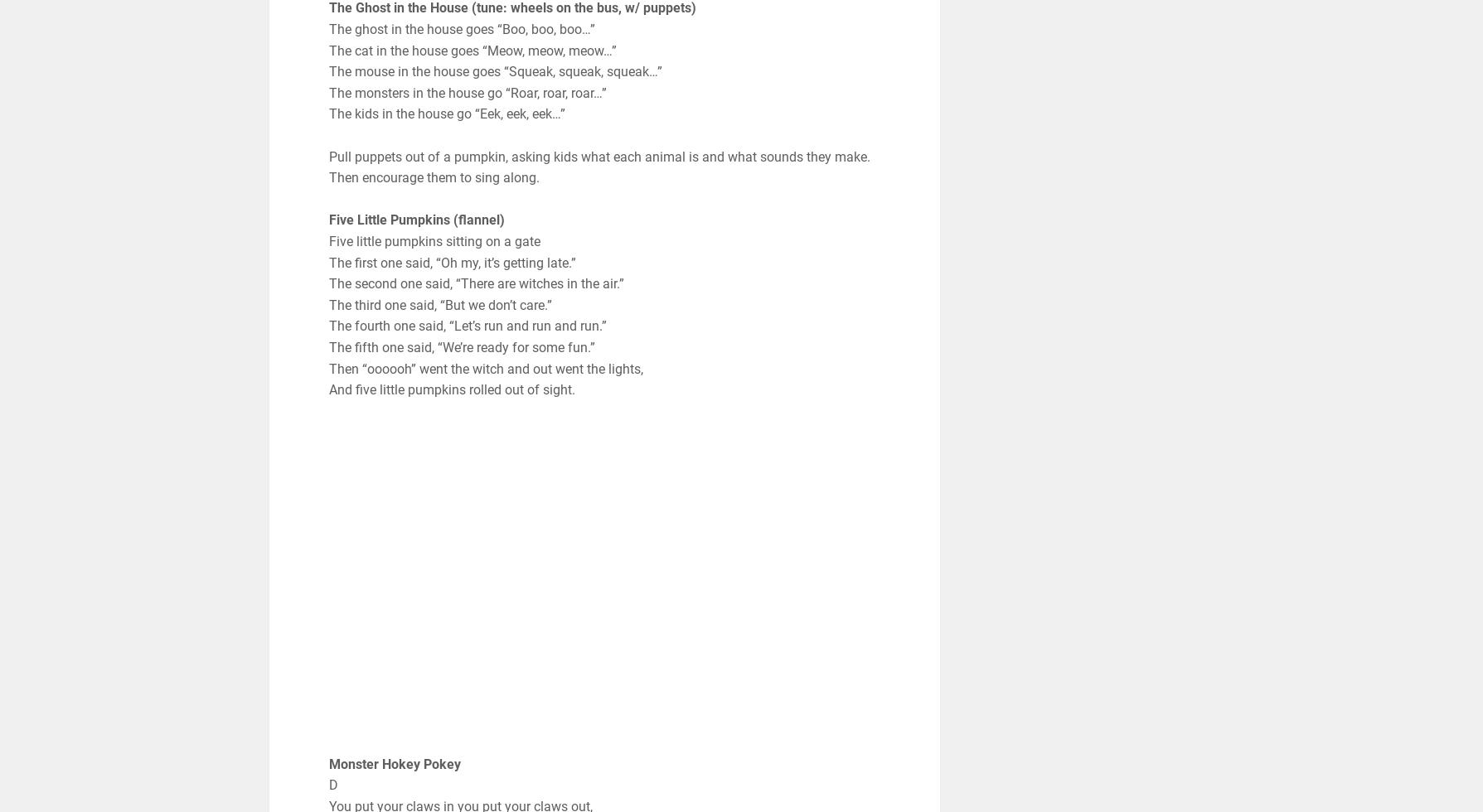 This screenshot has width=1483, height=812. Describe the element at coordinates (393, 763) in the screenshot. I see `'Monster Hokey Pokey'` at that location.